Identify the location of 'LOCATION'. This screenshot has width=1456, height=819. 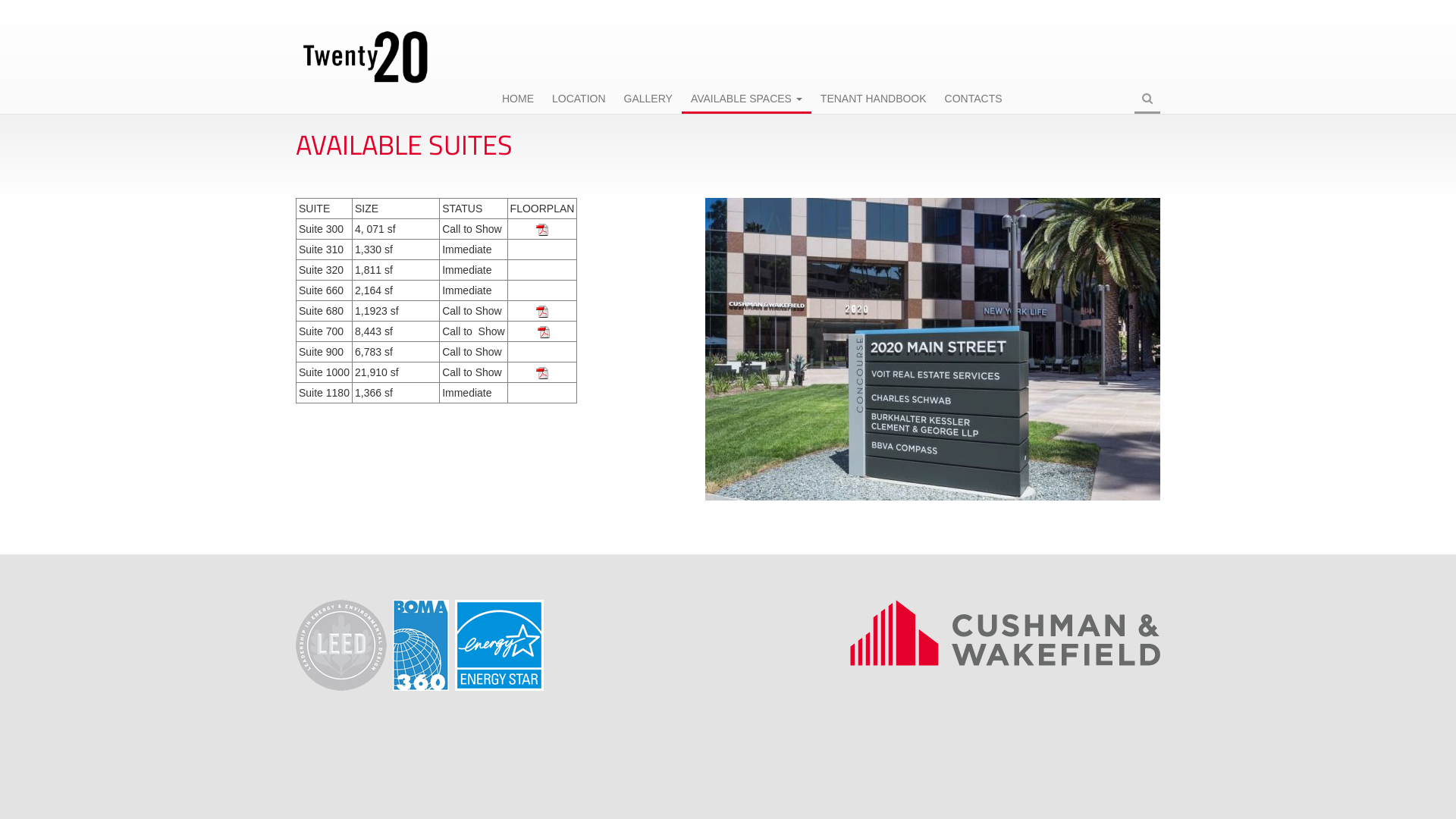
(578, 99).